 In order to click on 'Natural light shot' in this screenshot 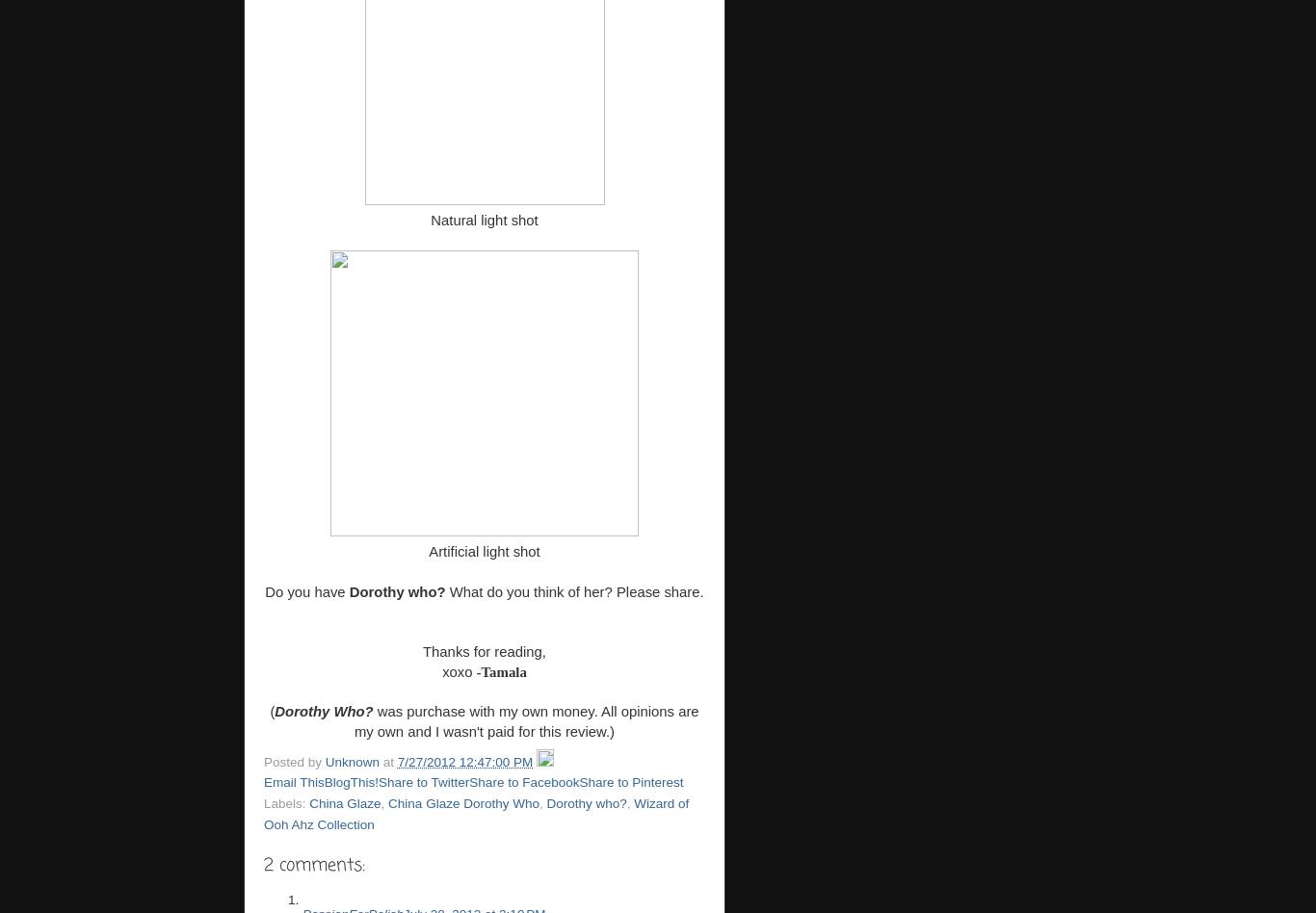, I will do `click(429, 218)`.